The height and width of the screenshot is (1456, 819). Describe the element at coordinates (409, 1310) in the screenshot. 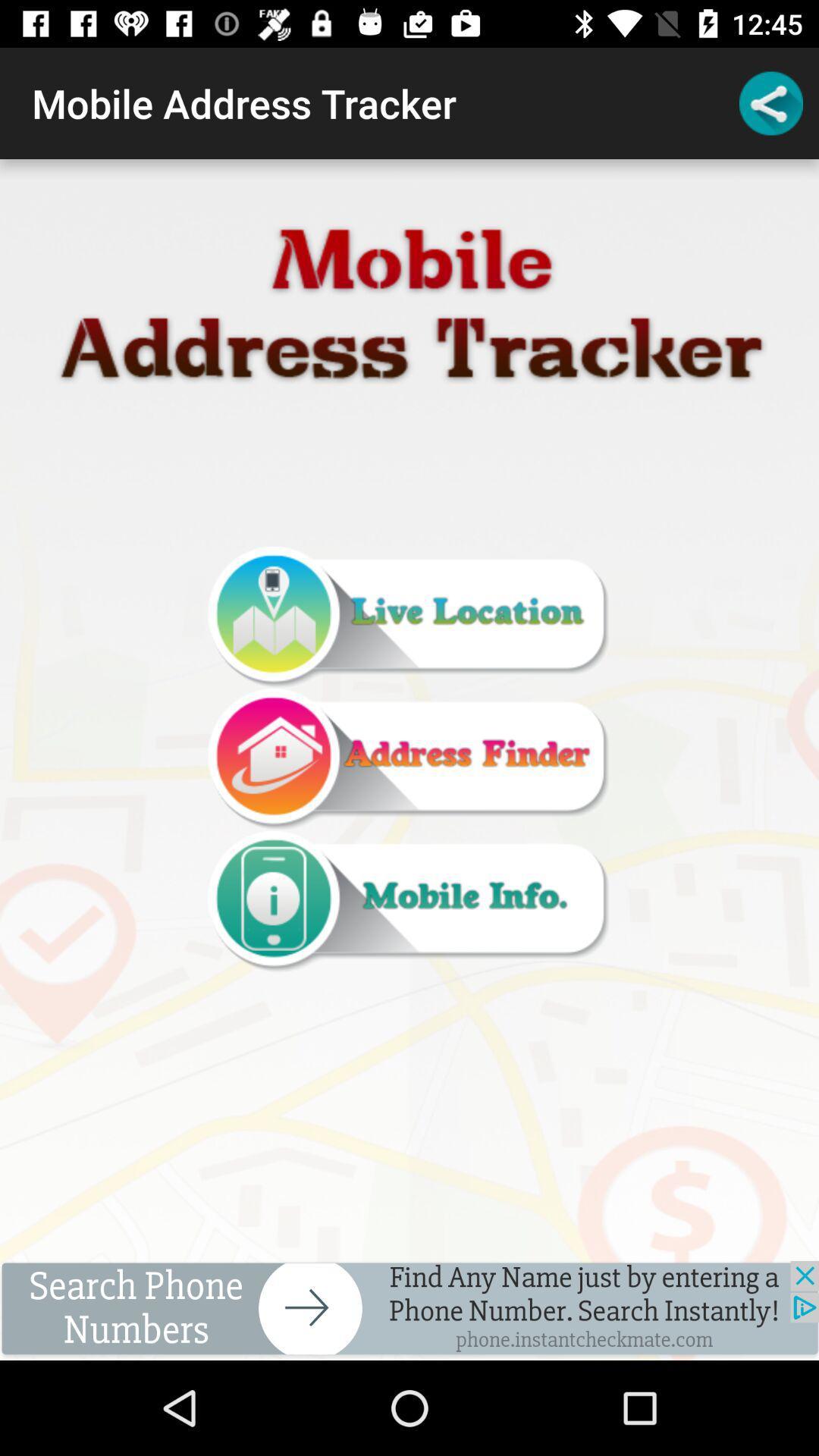

I see `open advertisement` at that location.